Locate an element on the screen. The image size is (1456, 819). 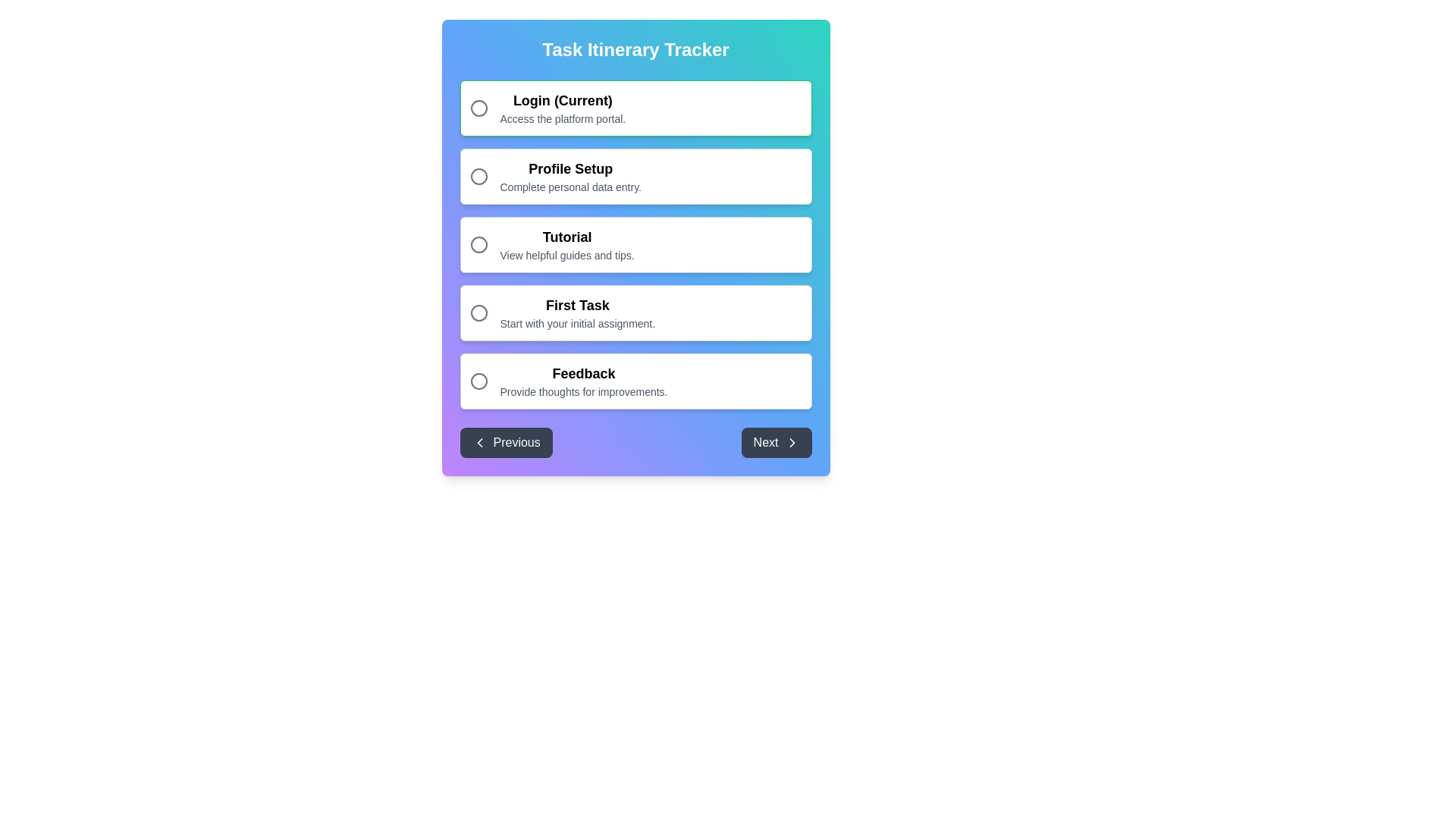
the third informational or selectable card in the 'Task Itinerary Tracker' section, which is located below 'Profile Setup' and above 'First Task' is located at coordinates (635, 244).